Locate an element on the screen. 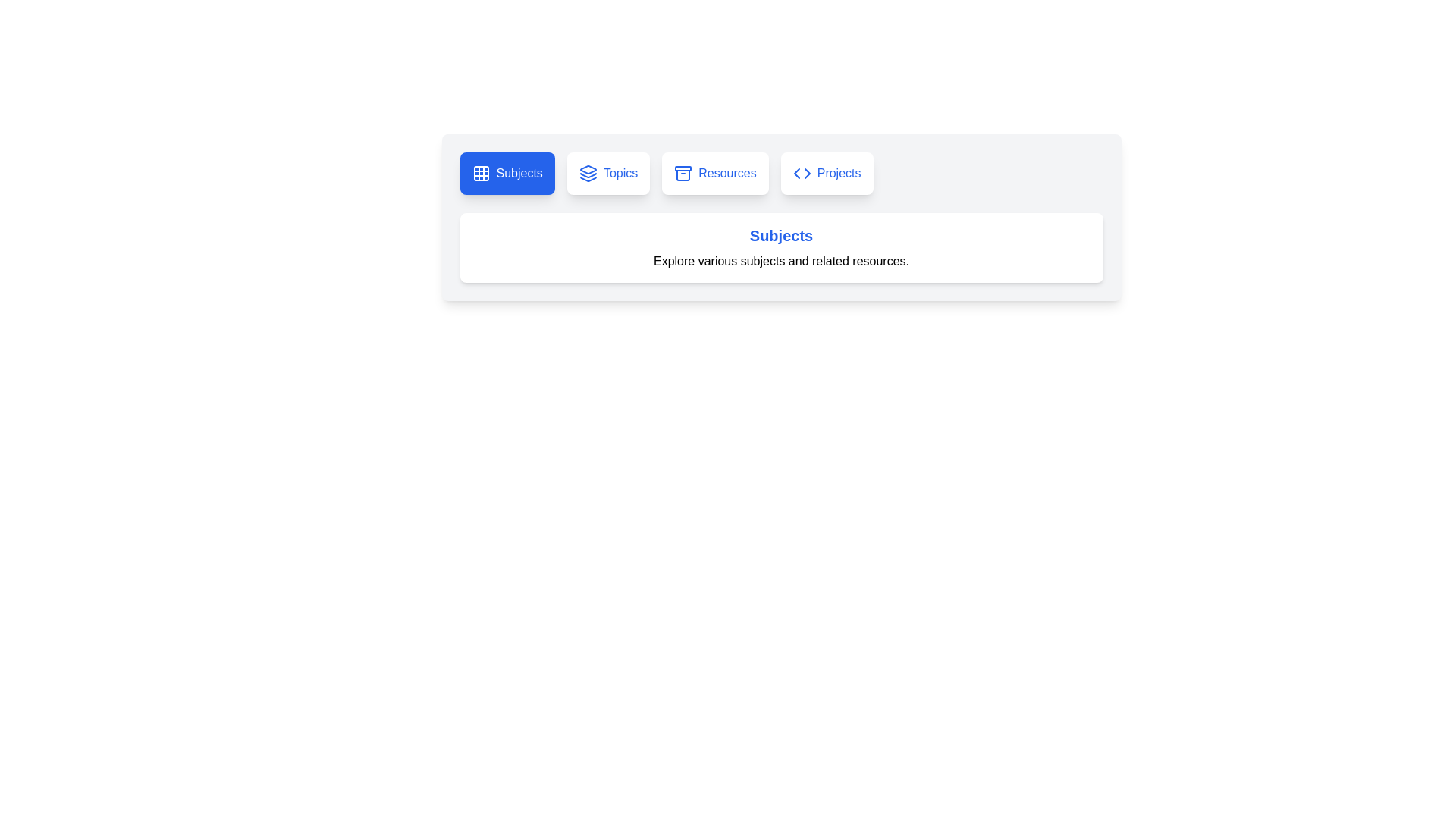 The width and height of the screenshot is (1456, 819). the tab labeled Resources to activate it and view its content is located at coordinates (714, 172).